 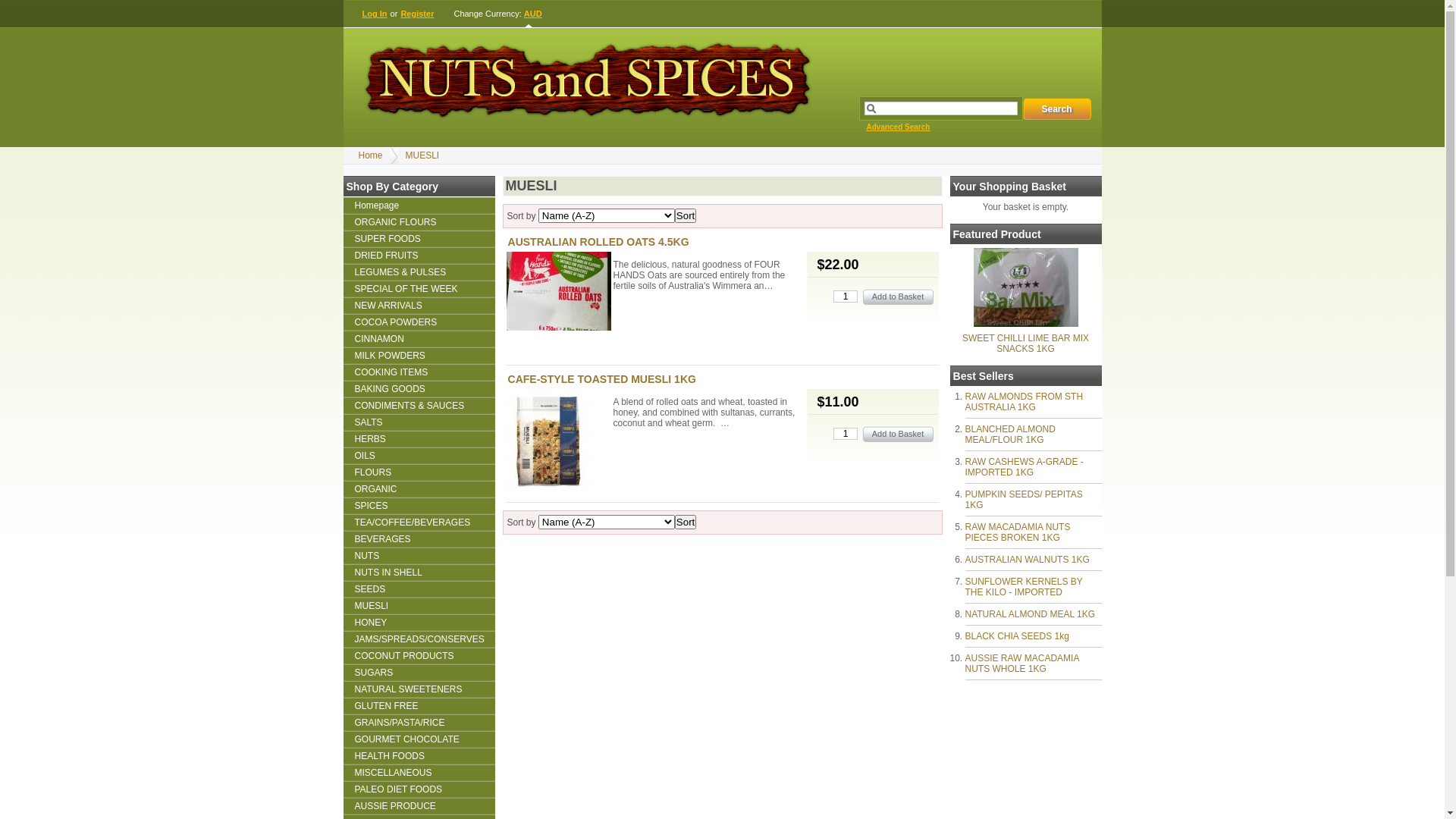 I want to click on 'AUSSIE RAW MACADAMIA NUTS WHOLE 1KG', so click(x=1021, y=663).